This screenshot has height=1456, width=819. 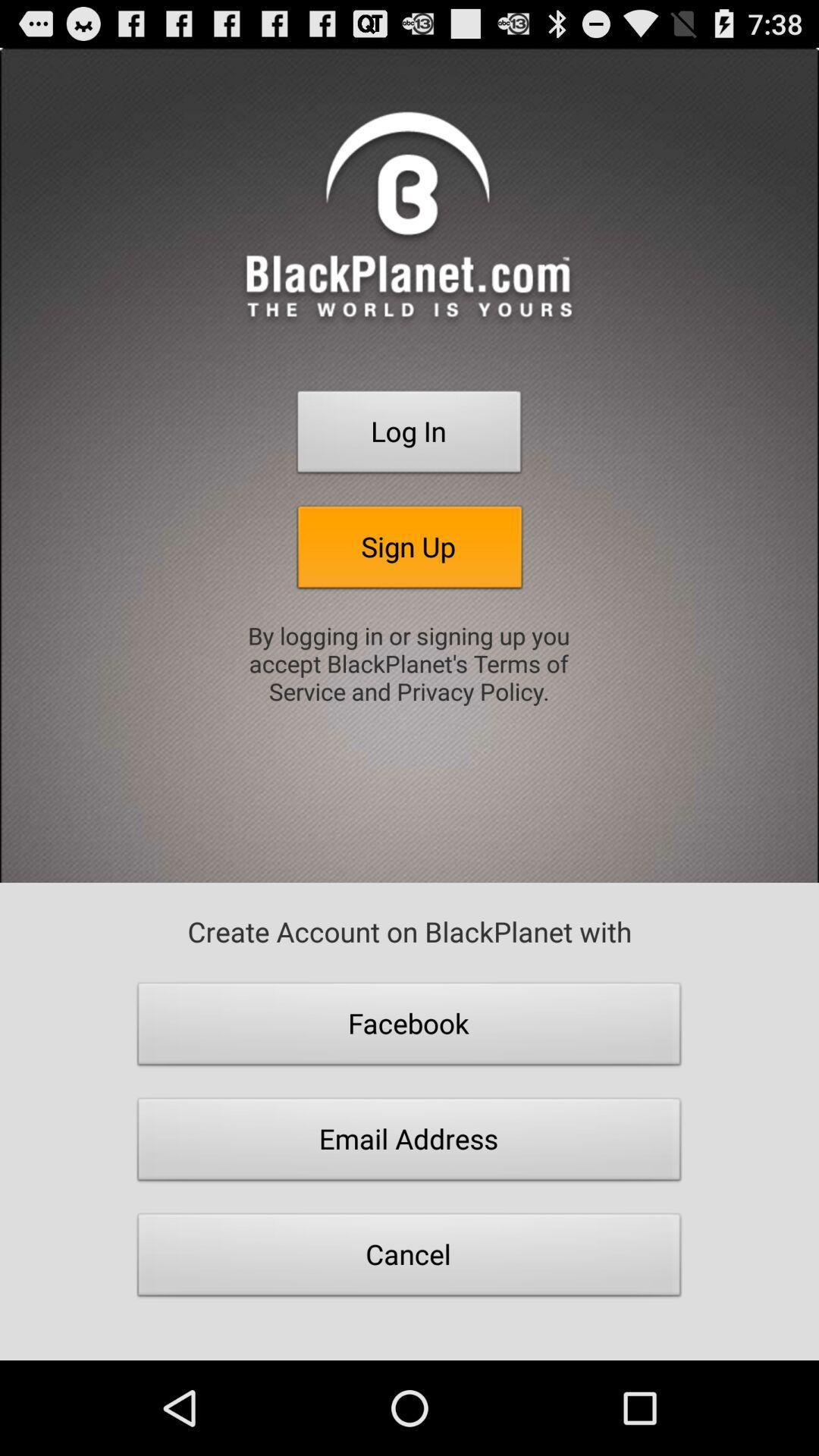 What do you see at coordinates (409, 1144) in the screenshot?
I see `the icon below the facebook` at bounding box center [409, 1144].